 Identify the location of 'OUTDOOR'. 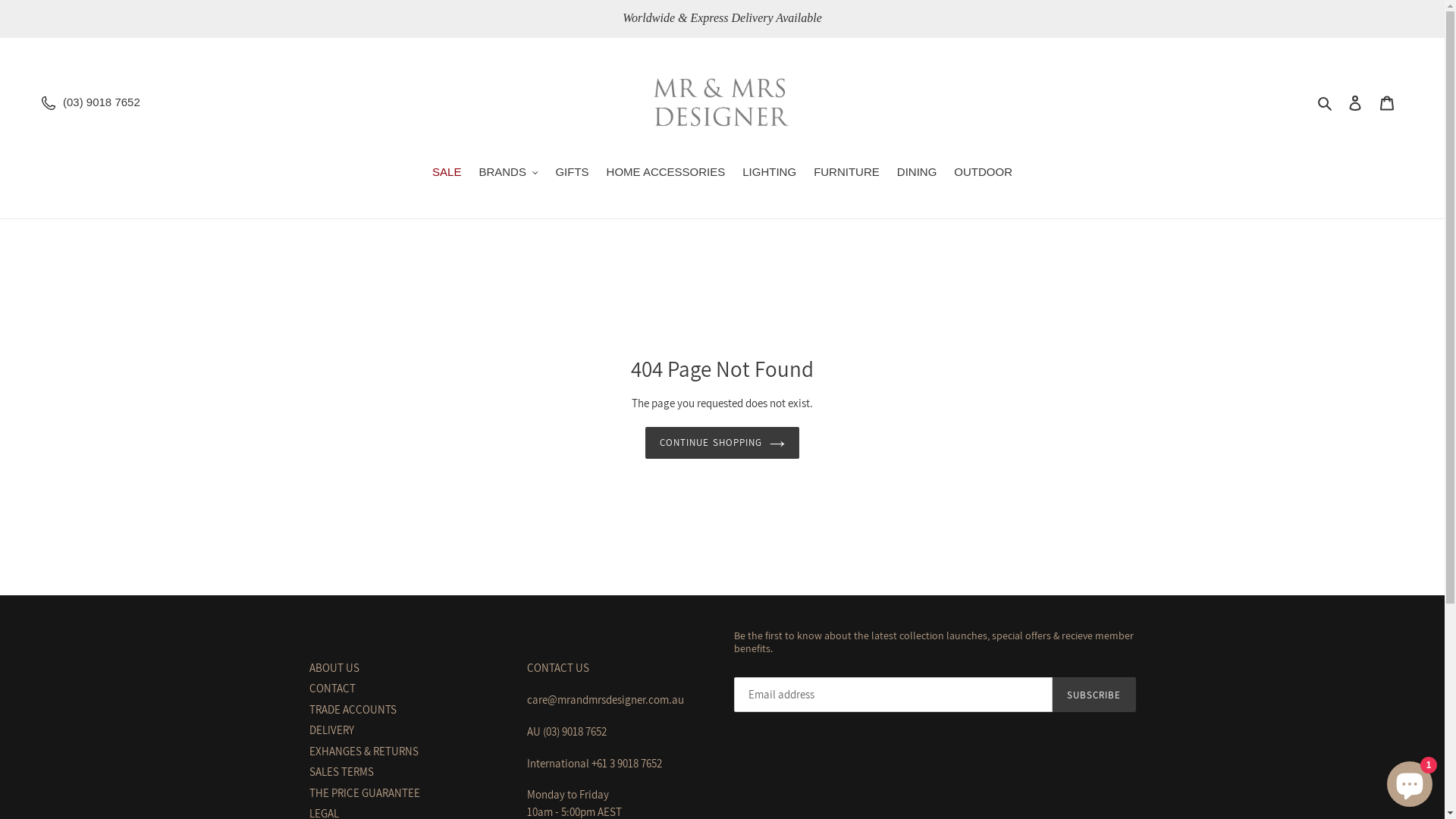
(983, 172).